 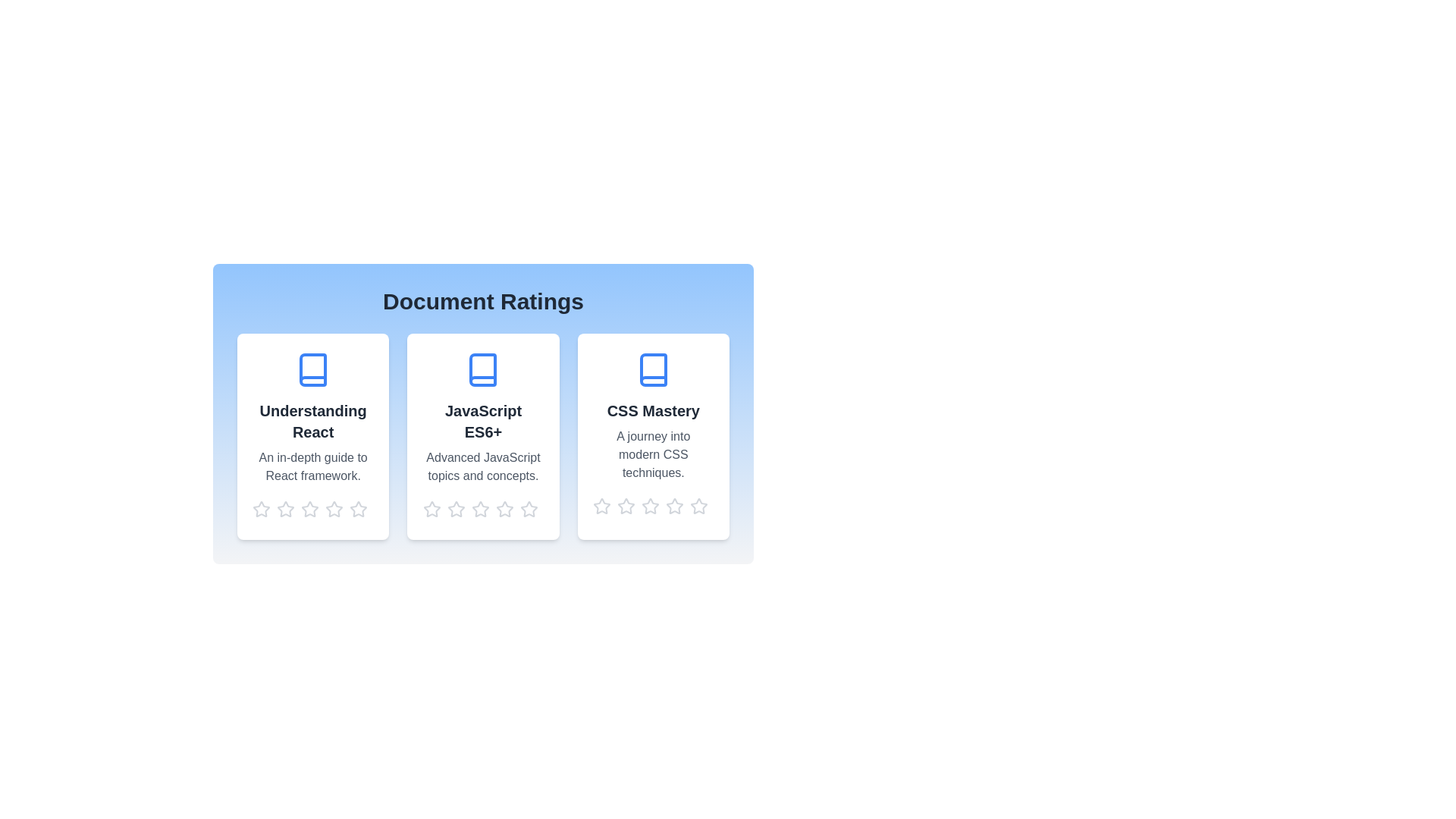 What do you see at coordinates (312, 370) in the screenshot?
I see `the document icon for the document titled Understanding React` at bounding box center [312, 370].